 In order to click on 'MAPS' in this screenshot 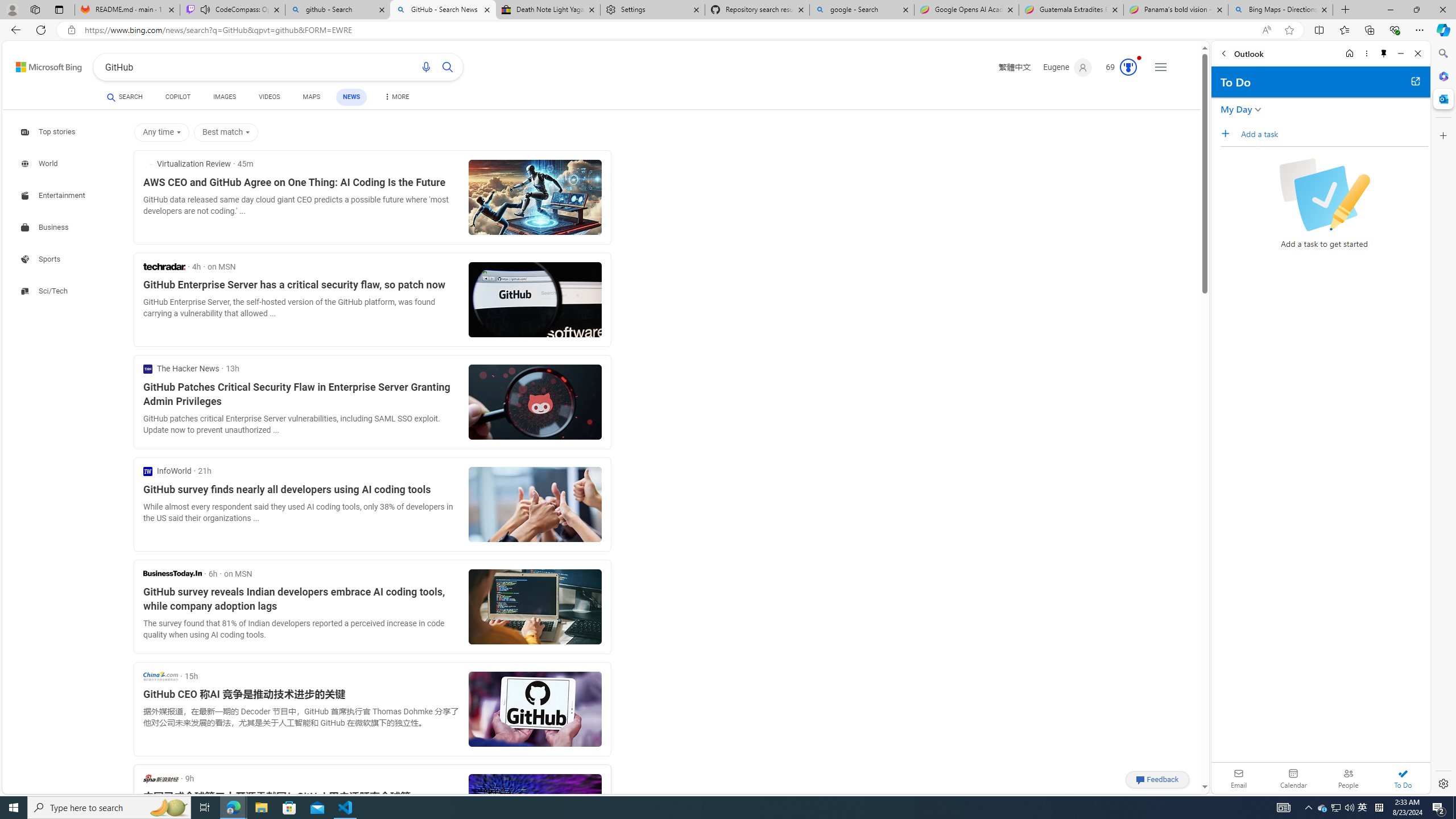, I will do `click(311, 98)`.